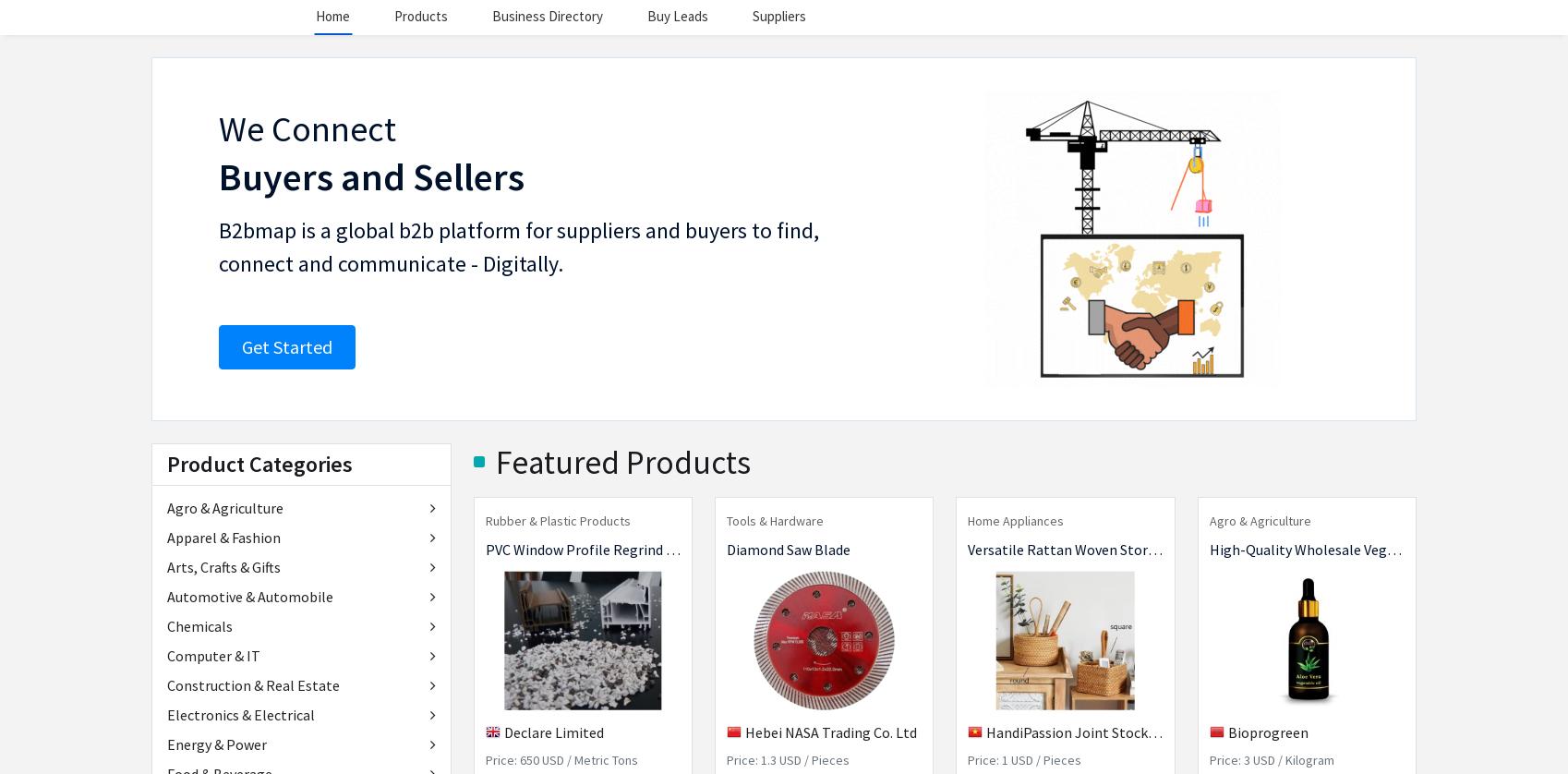 The image size is (1568, 774). Describe the element at coordinates (778, 628) in the screenshot. I see `'Buy Requirement for Сotton Bags, Jute Bags, and Aprons'` at that location.